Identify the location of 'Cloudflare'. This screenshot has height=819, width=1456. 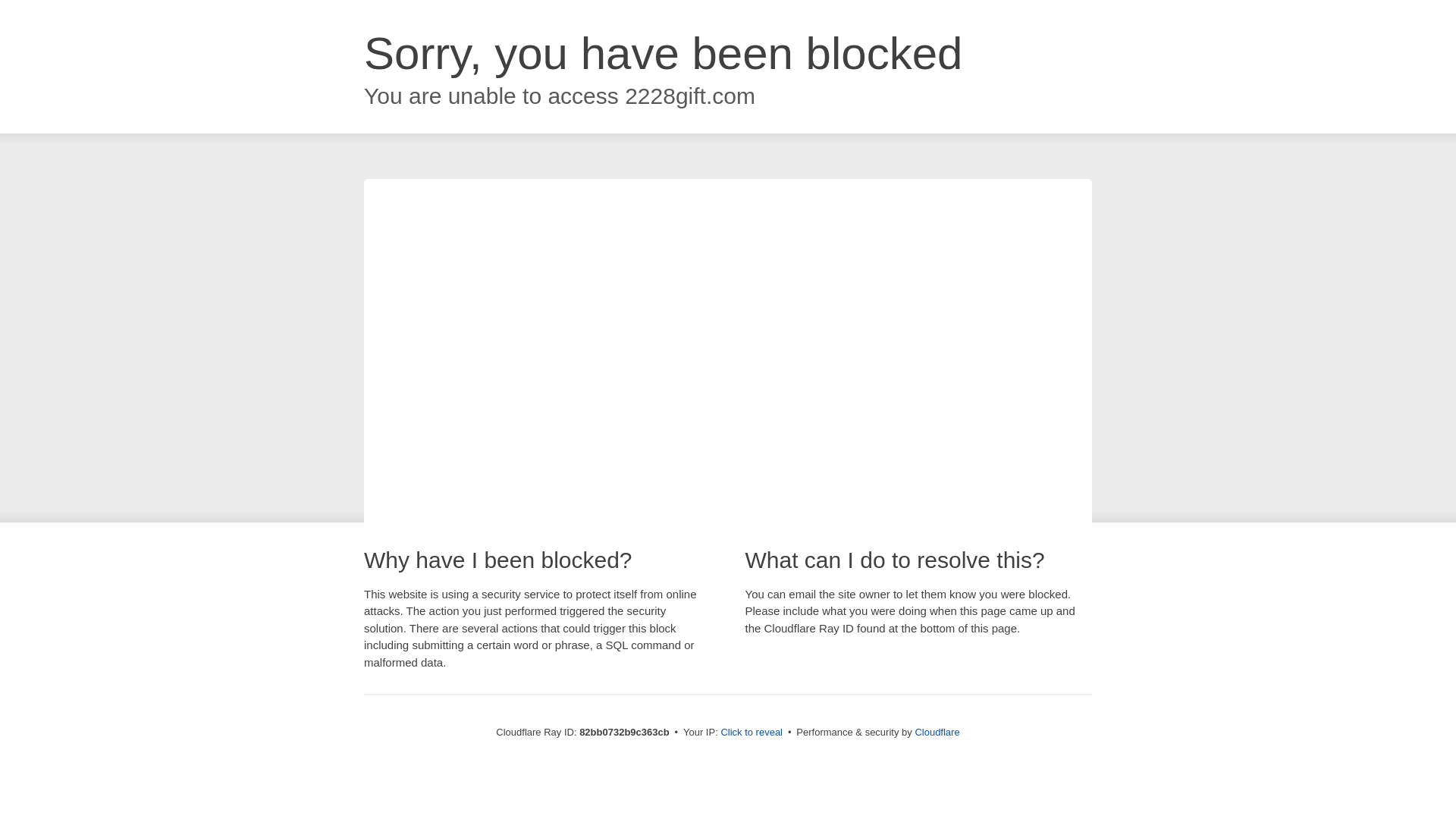
(936, 731).